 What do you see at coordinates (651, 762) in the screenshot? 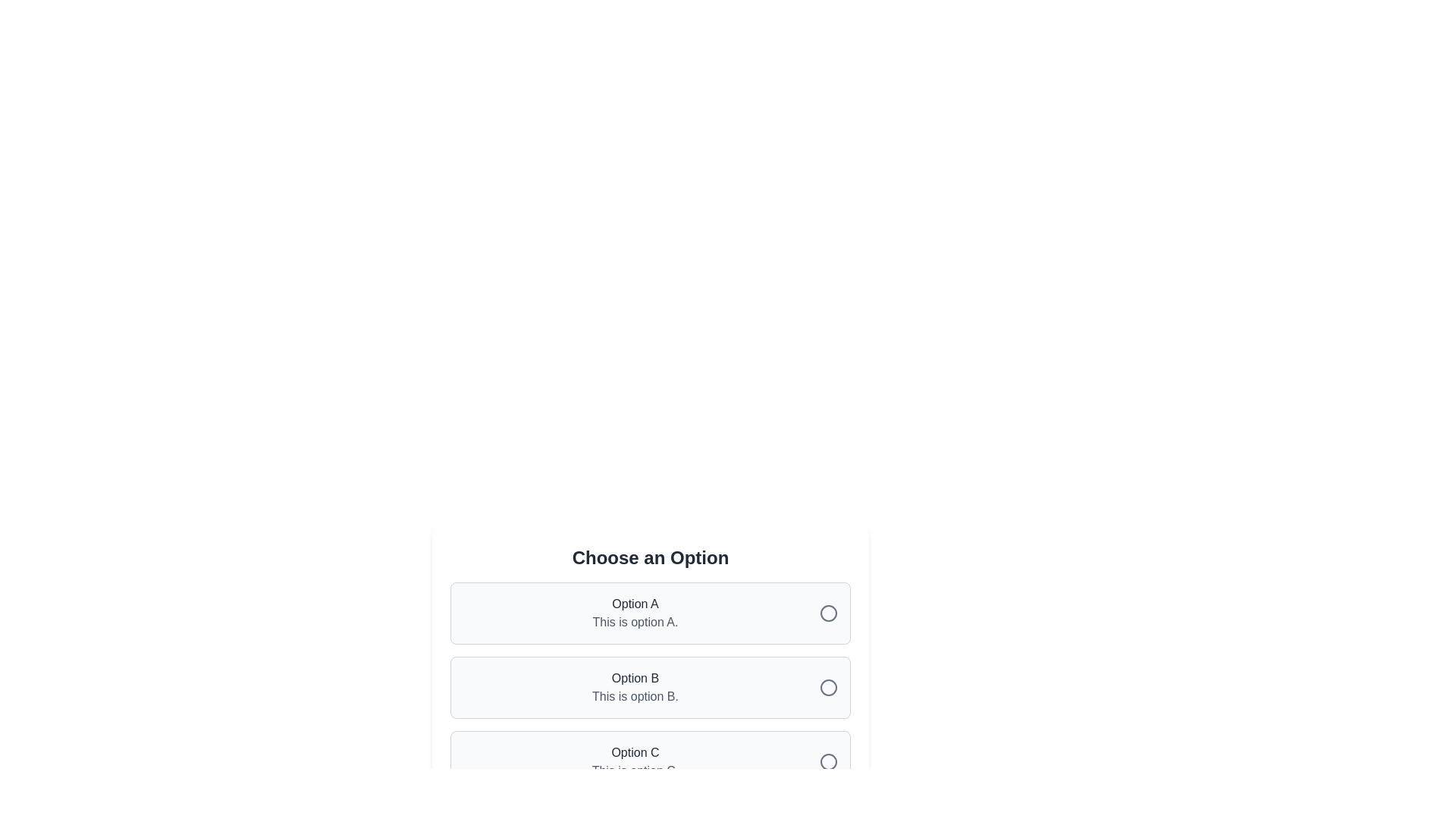
I see `the third radio button option in the 'Choose an Option' group` at bounding box center [651, 762].